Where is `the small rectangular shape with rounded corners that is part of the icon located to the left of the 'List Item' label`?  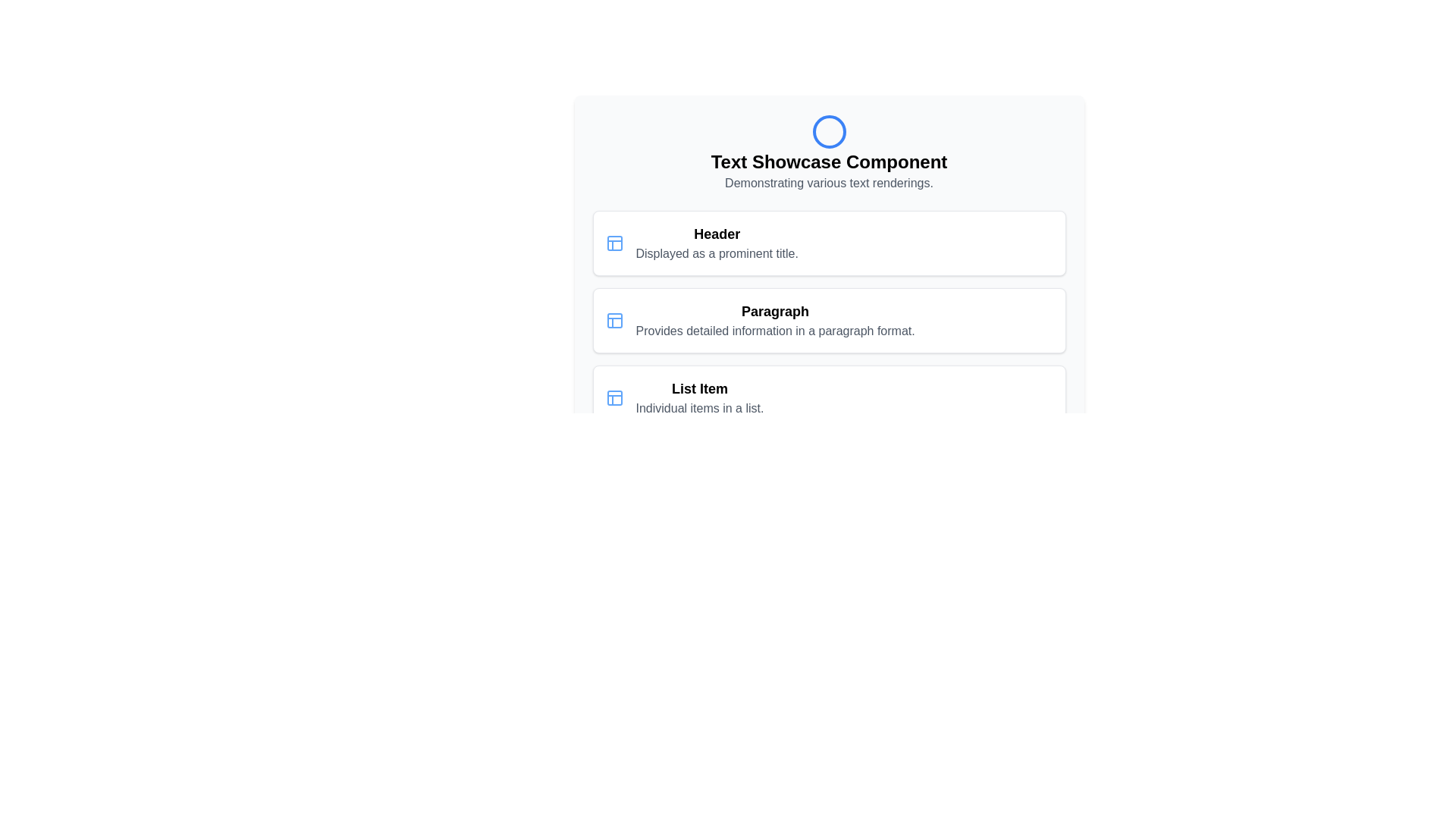 the small rectangular shape with rounded corners that is part of the icon located to the left of the 'List Item' label is located at coordinates (614, 397).